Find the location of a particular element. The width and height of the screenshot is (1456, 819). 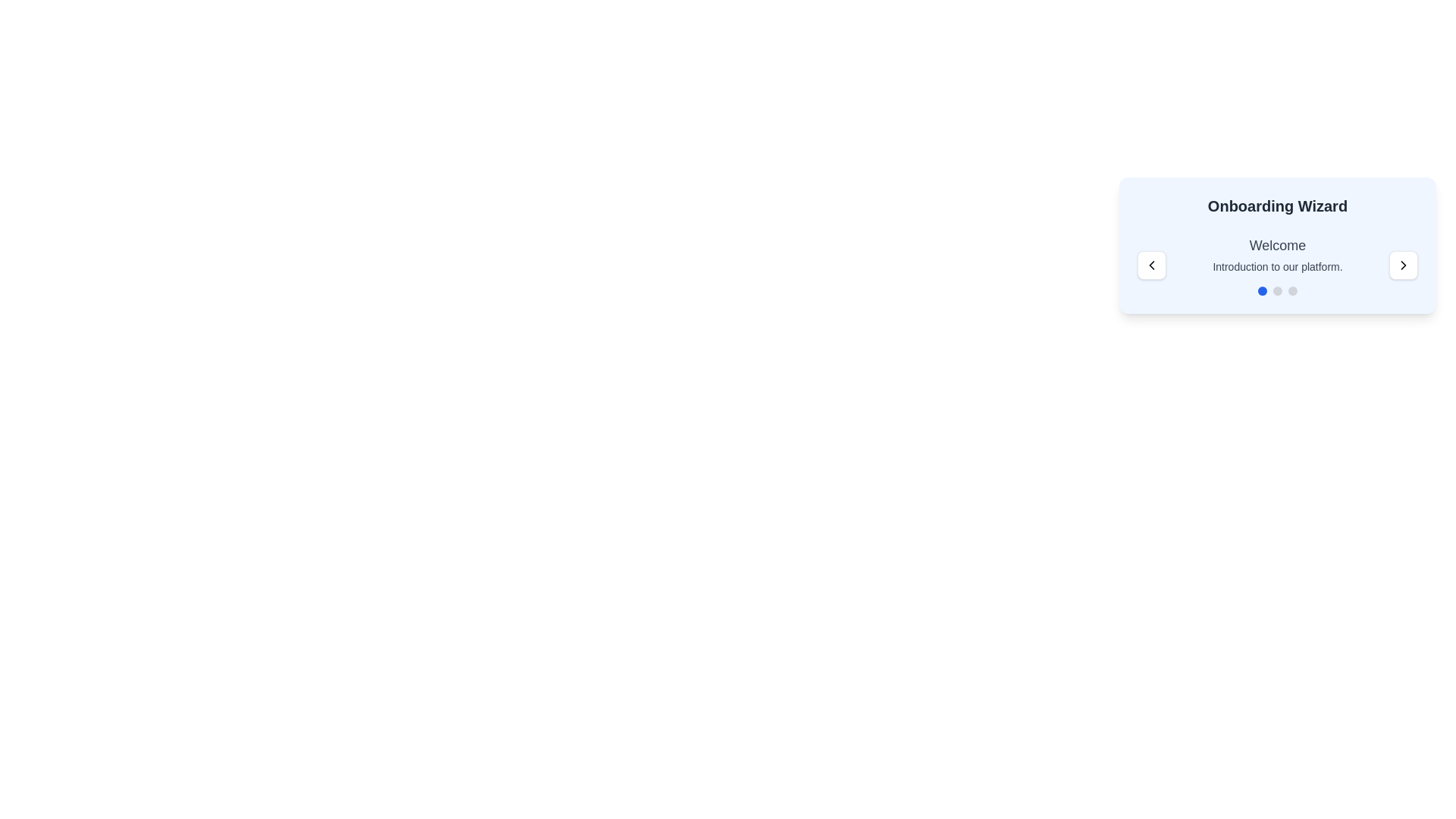

the second visual navigation indicator dot within the 'Onboarding Wizard' UI card is located at coordinates (1276, 291).